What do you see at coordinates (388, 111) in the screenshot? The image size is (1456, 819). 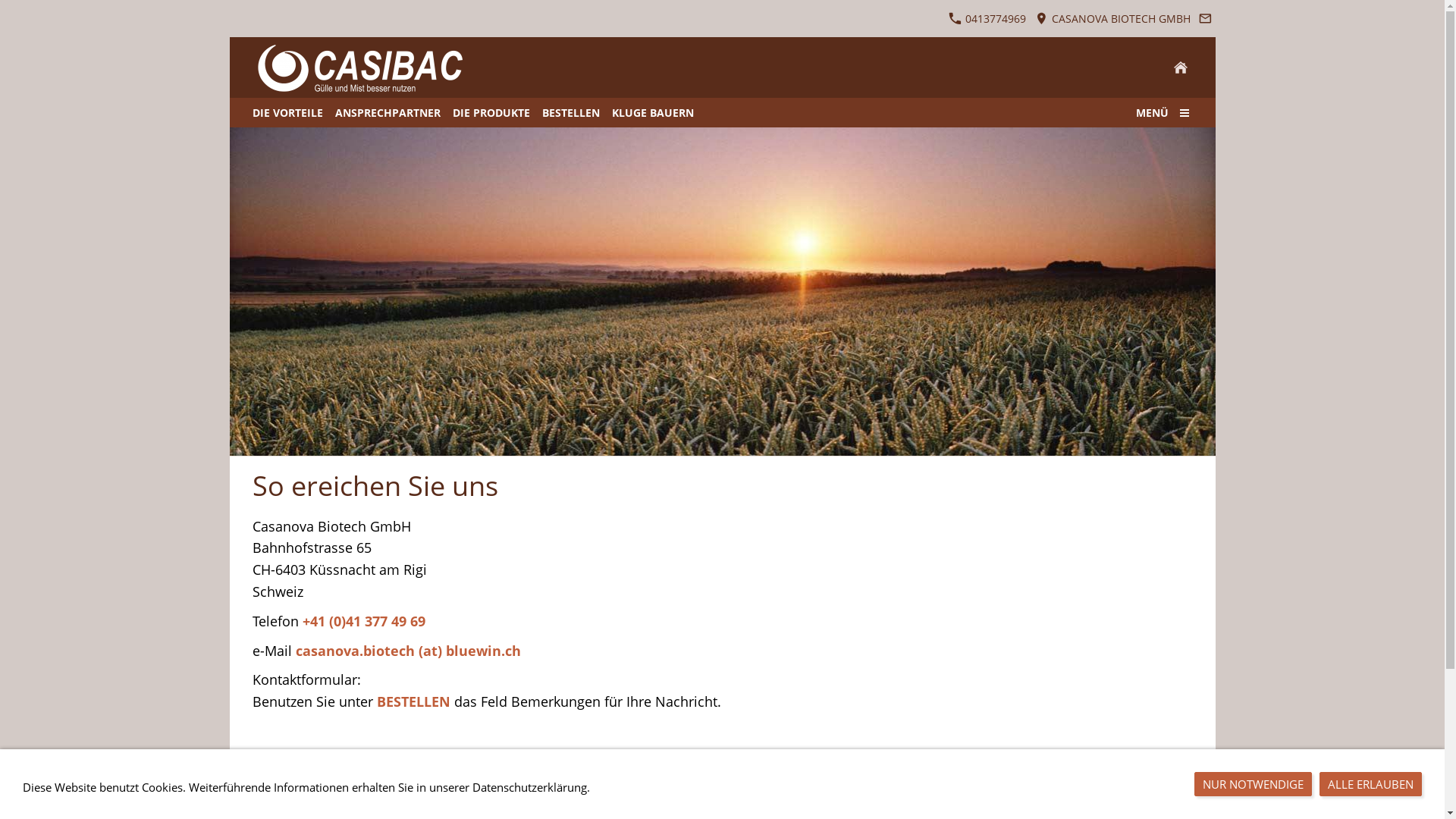 I see `'ANSPRECHPARTNER'` at bounding box center [388, 111].